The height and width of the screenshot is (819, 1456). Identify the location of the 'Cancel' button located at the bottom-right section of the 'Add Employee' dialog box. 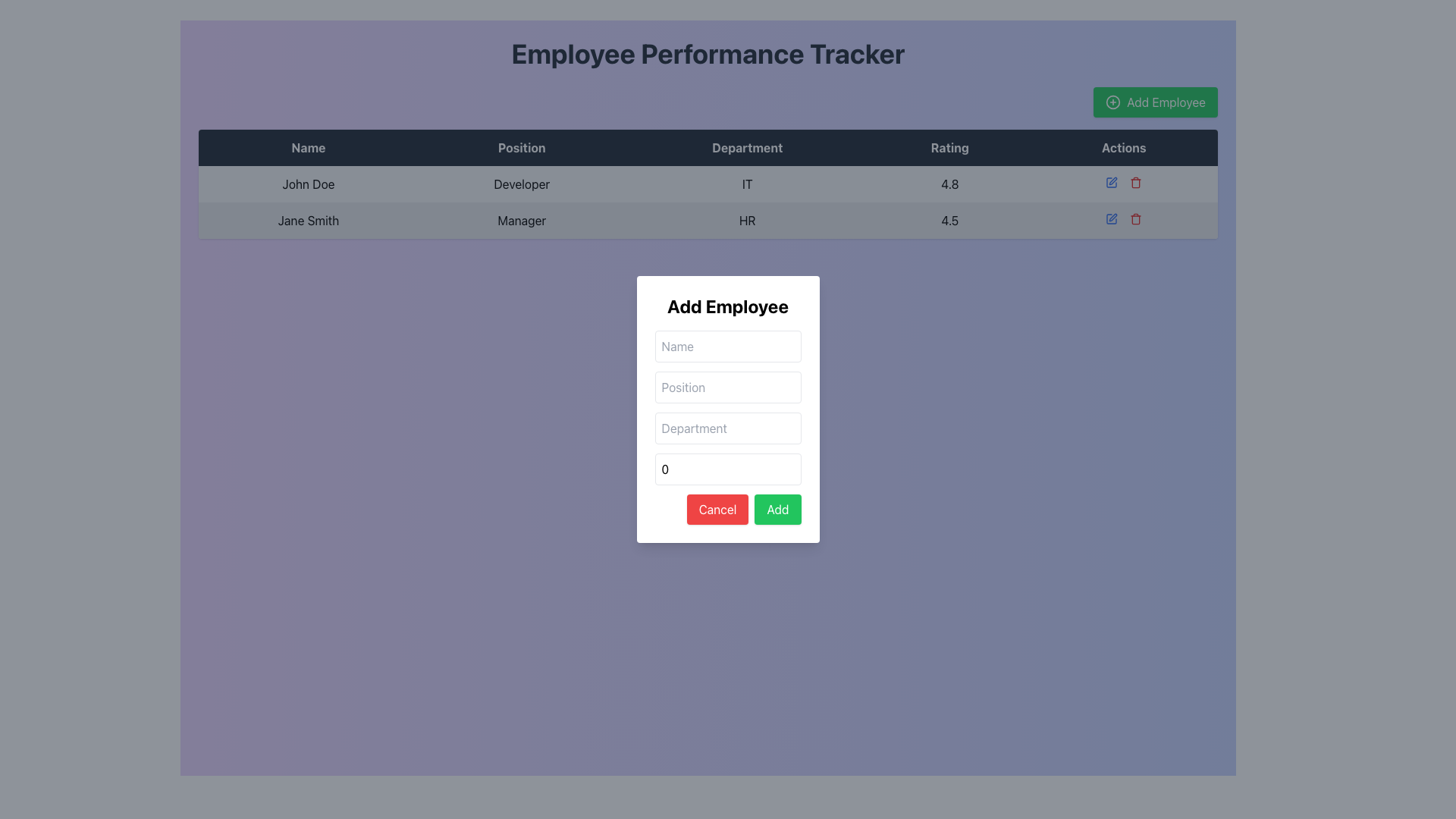
(728, 509).